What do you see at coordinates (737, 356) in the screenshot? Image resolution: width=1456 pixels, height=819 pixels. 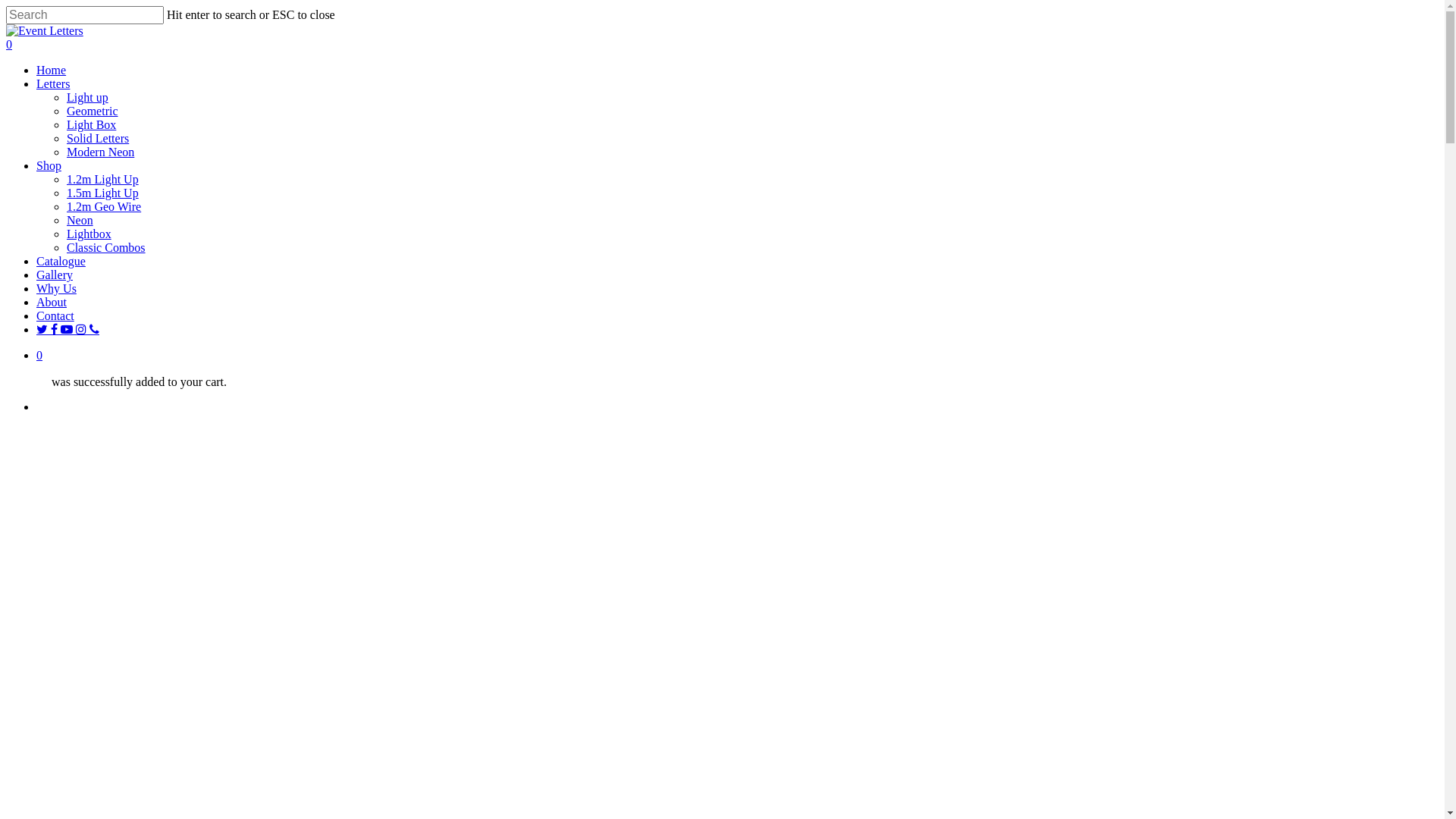 I see `'0'` at bounding box center [737, 356].